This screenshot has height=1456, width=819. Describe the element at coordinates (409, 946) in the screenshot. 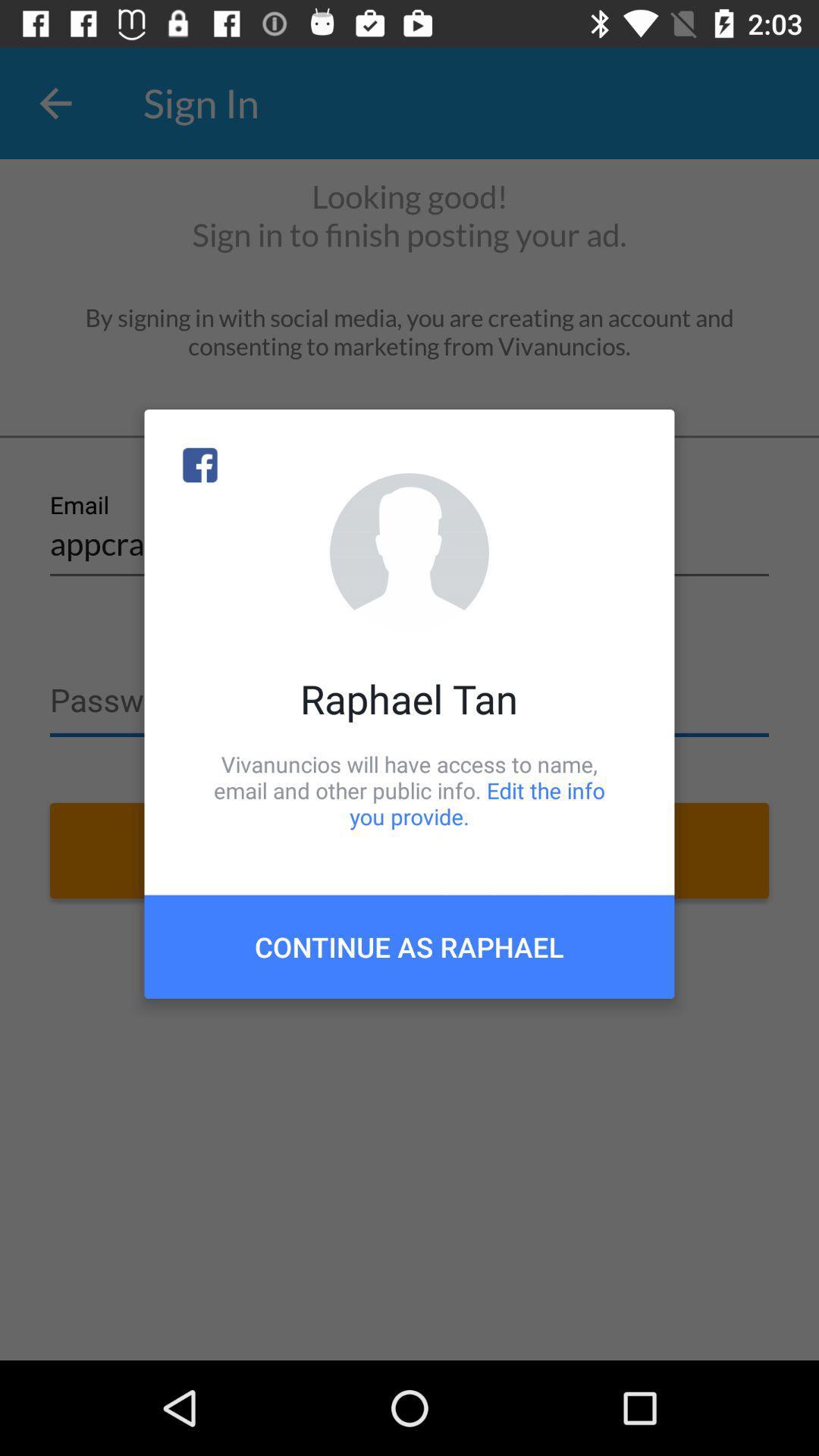

I see `continue as raphael` at that location.